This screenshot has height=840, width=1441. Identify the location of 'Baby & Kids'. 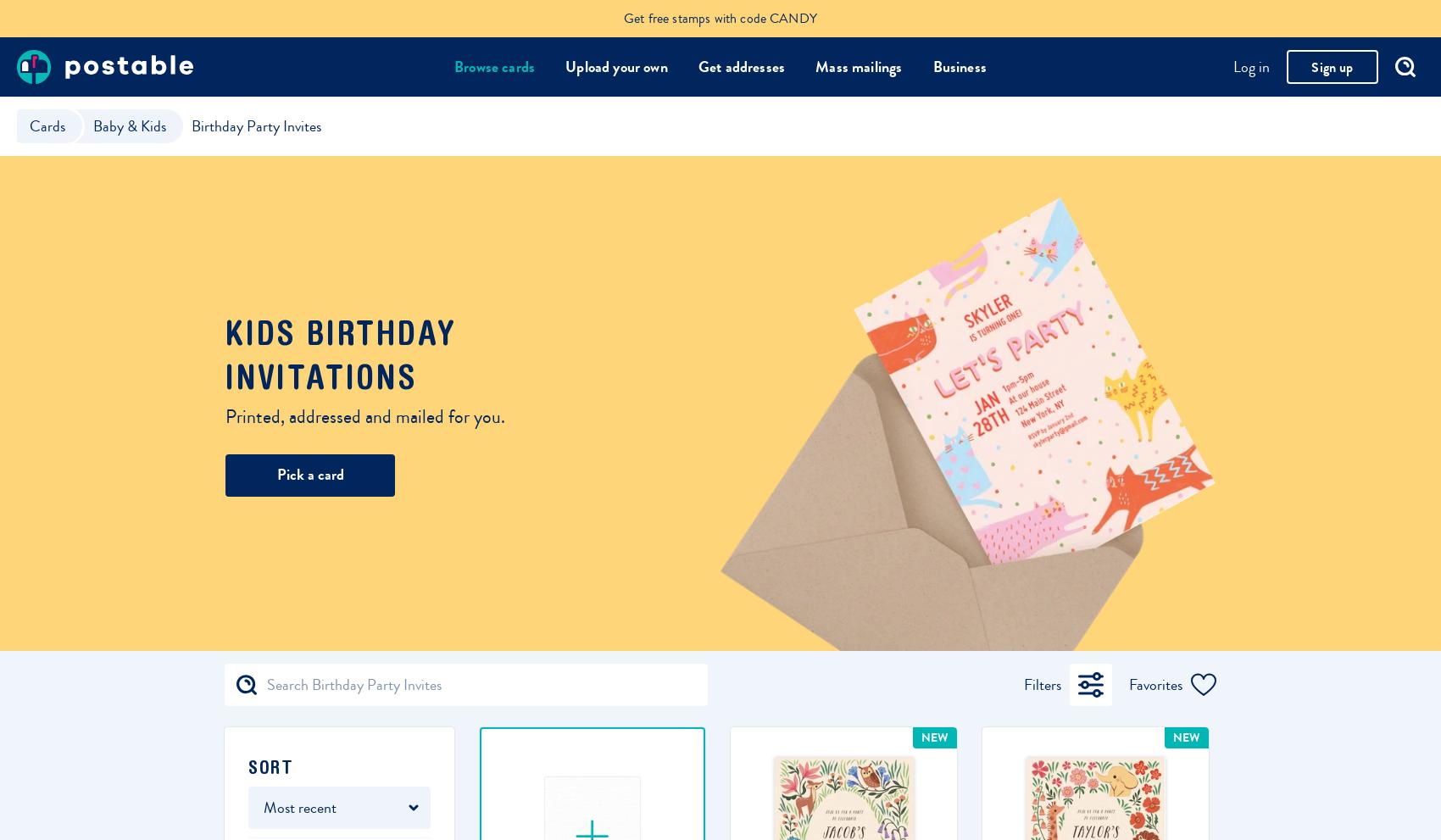
(92, 125).